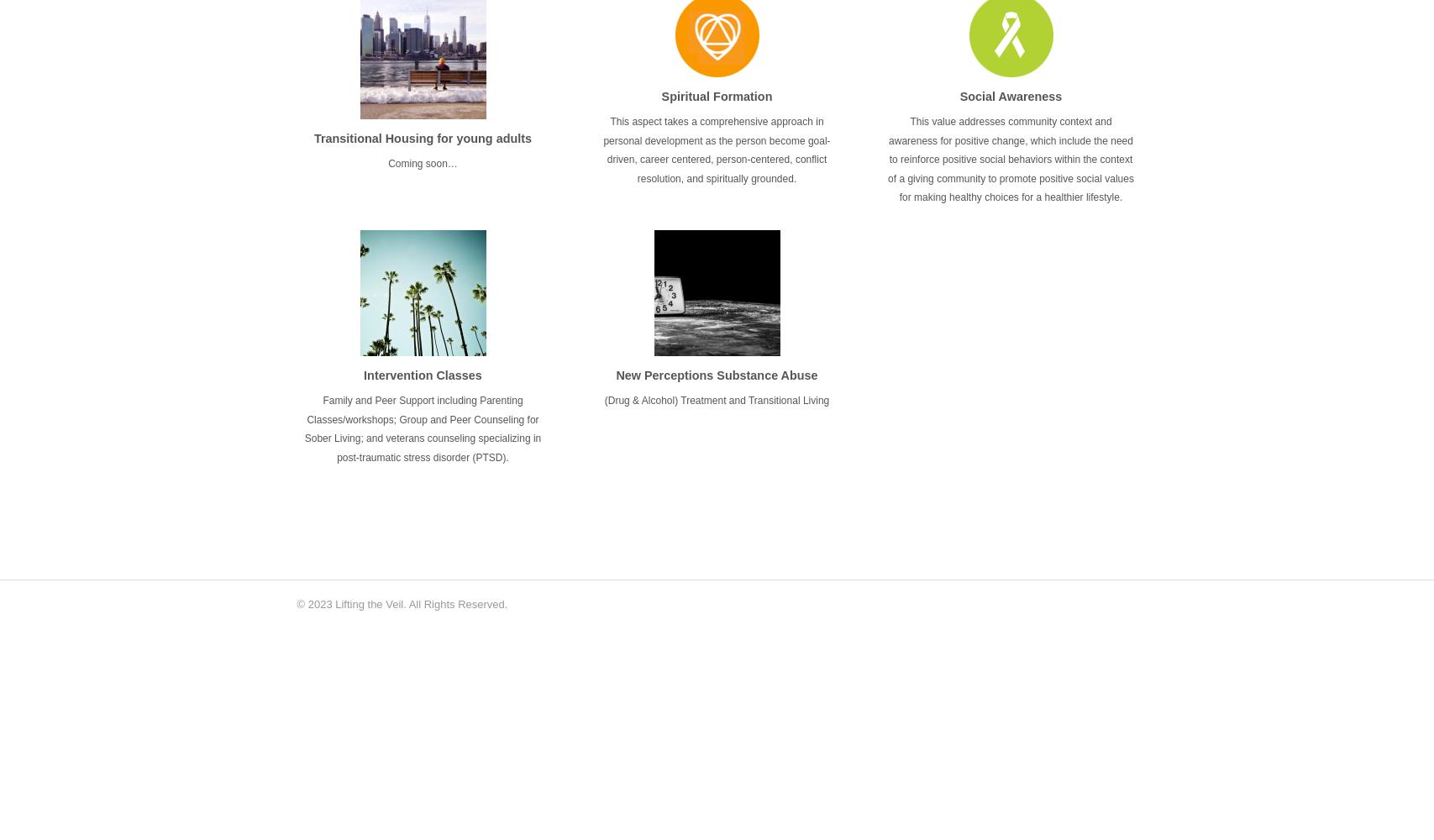  What do you see at coordinates (423, 138) in the screenshot?
I see `'Transitional Housing for young adults'` at bounding box center [423, 138].